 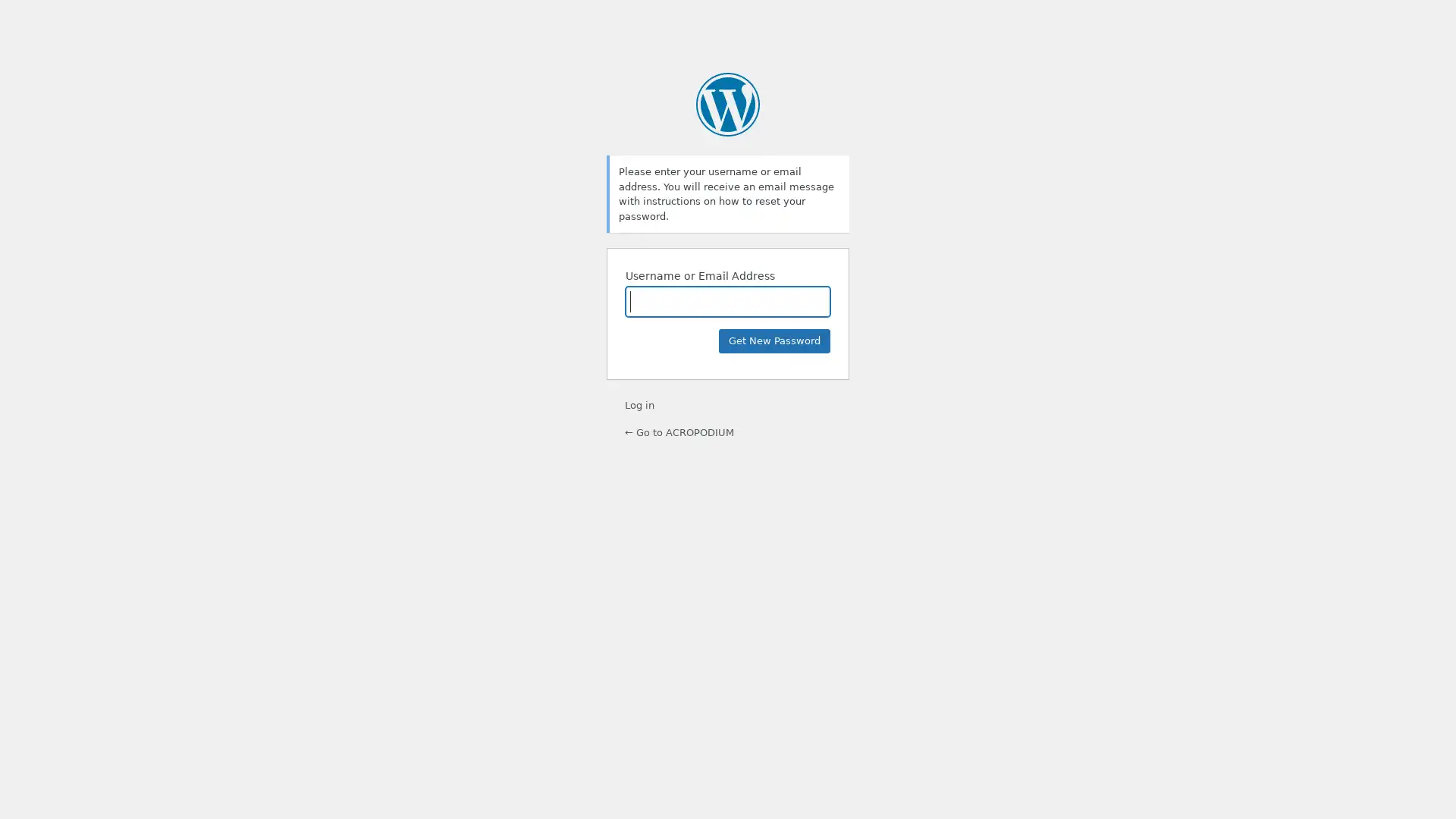 I want to click on Get New Password, so click(x=774, y=341).